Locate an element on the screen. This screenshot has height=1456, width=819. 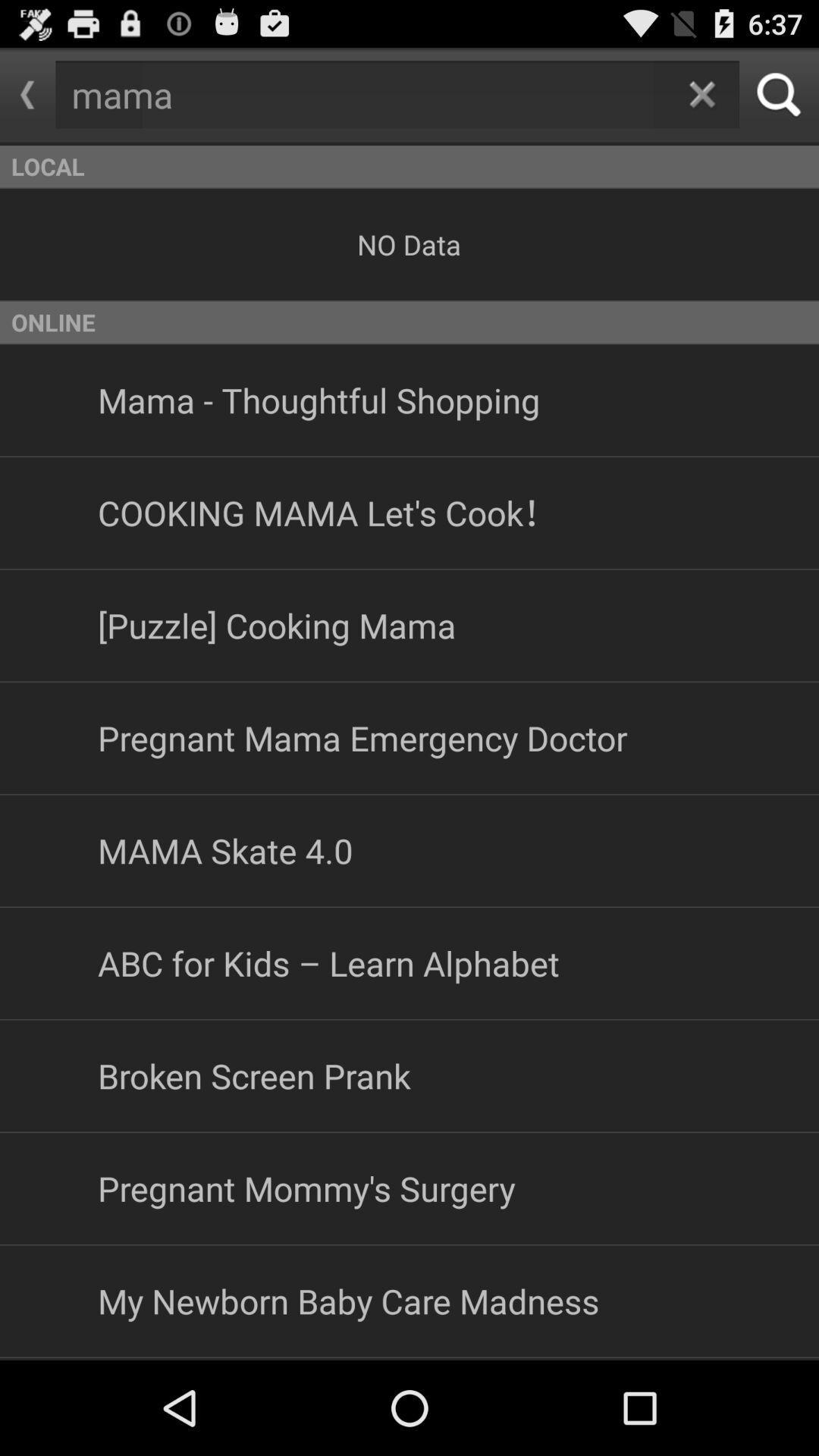
the close icon is located at coordinates (701, 100).